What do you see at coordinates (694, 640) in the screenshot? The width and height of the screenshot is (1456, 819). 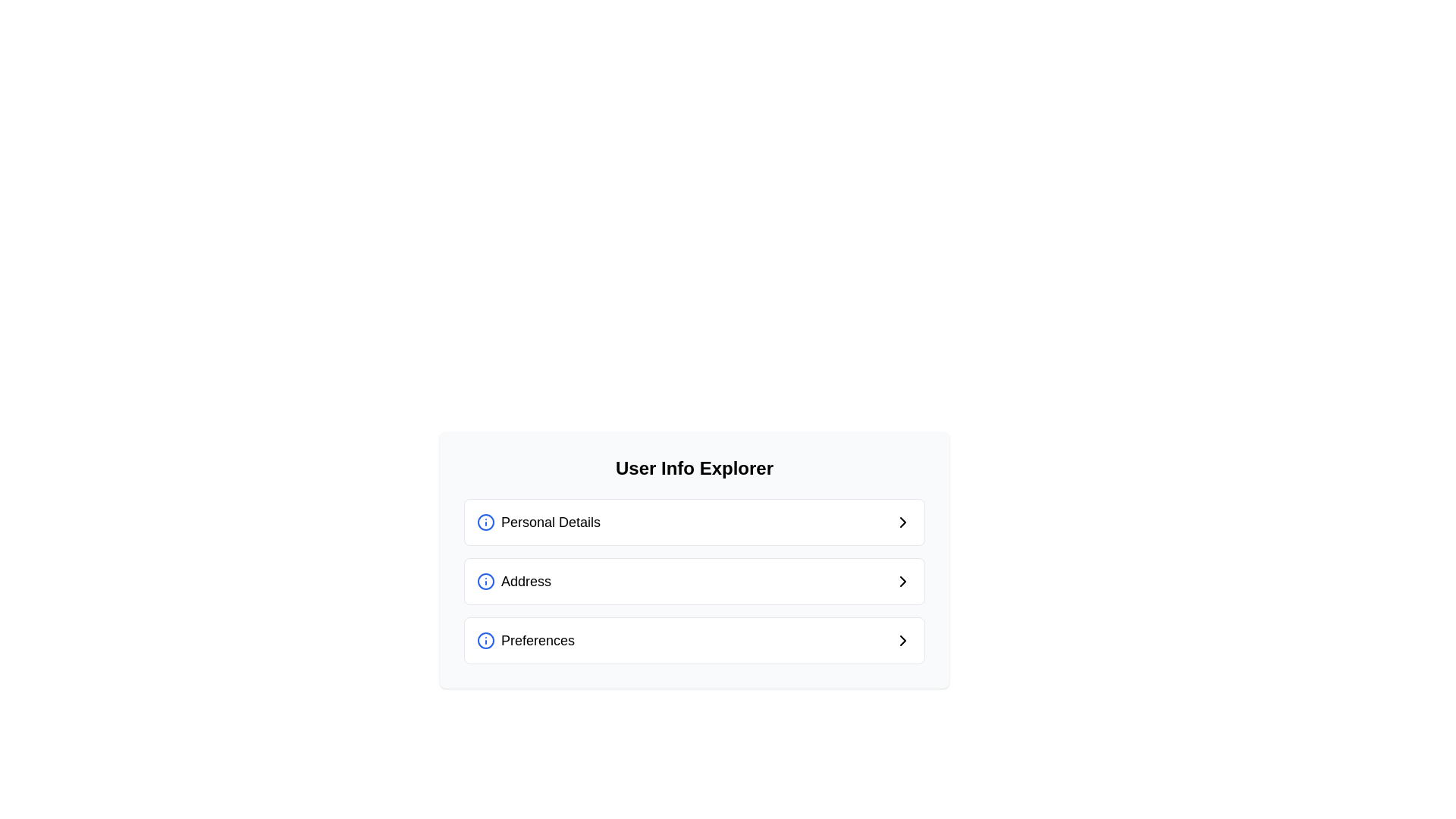 I see `the 'Preferences' button located at the bottom of the vertical stack of navigational elements` at bounding box center [694, 640].